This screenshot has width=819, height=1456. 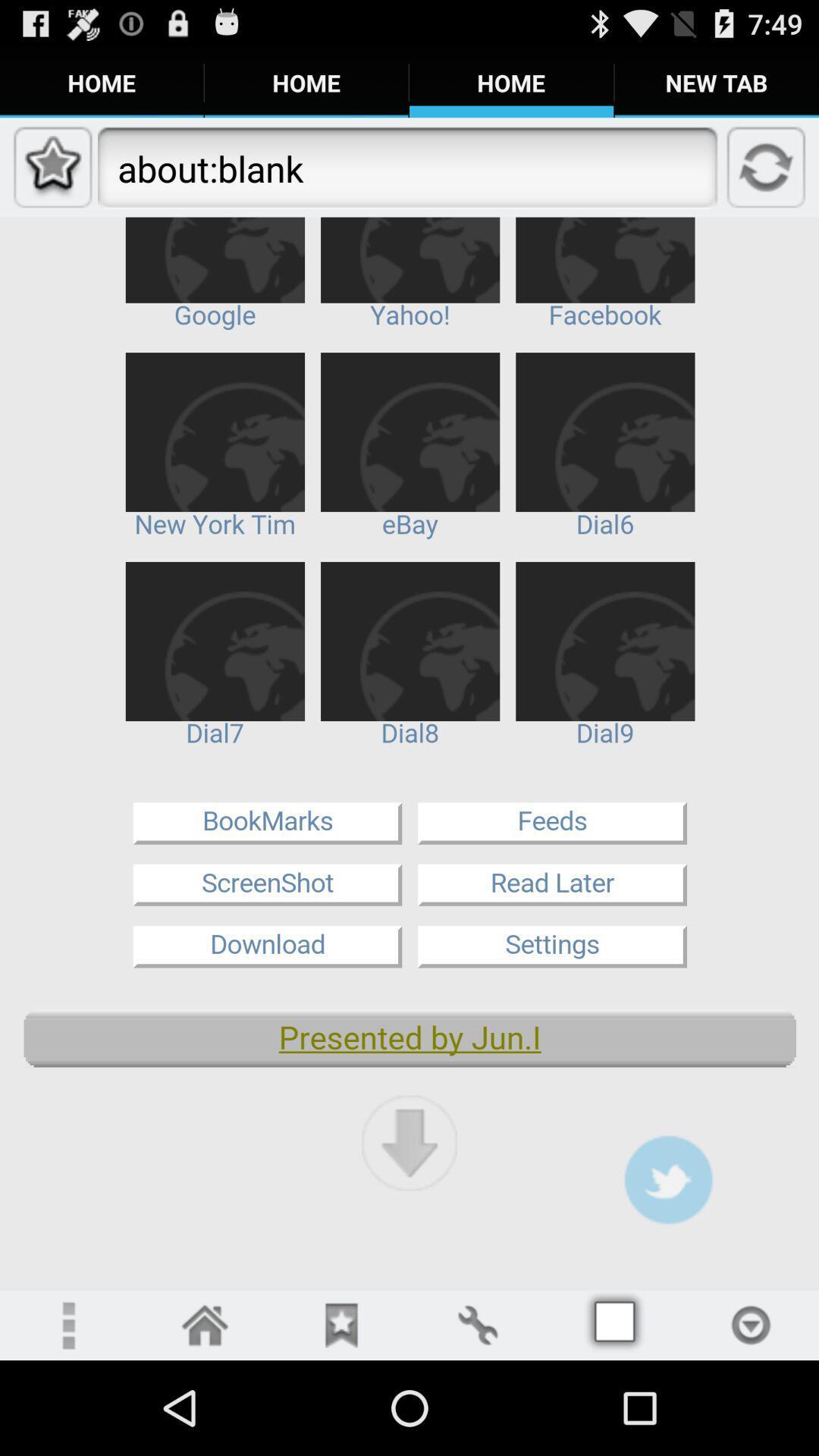 I want to click on the home icon, so click(x=205, y=1417).